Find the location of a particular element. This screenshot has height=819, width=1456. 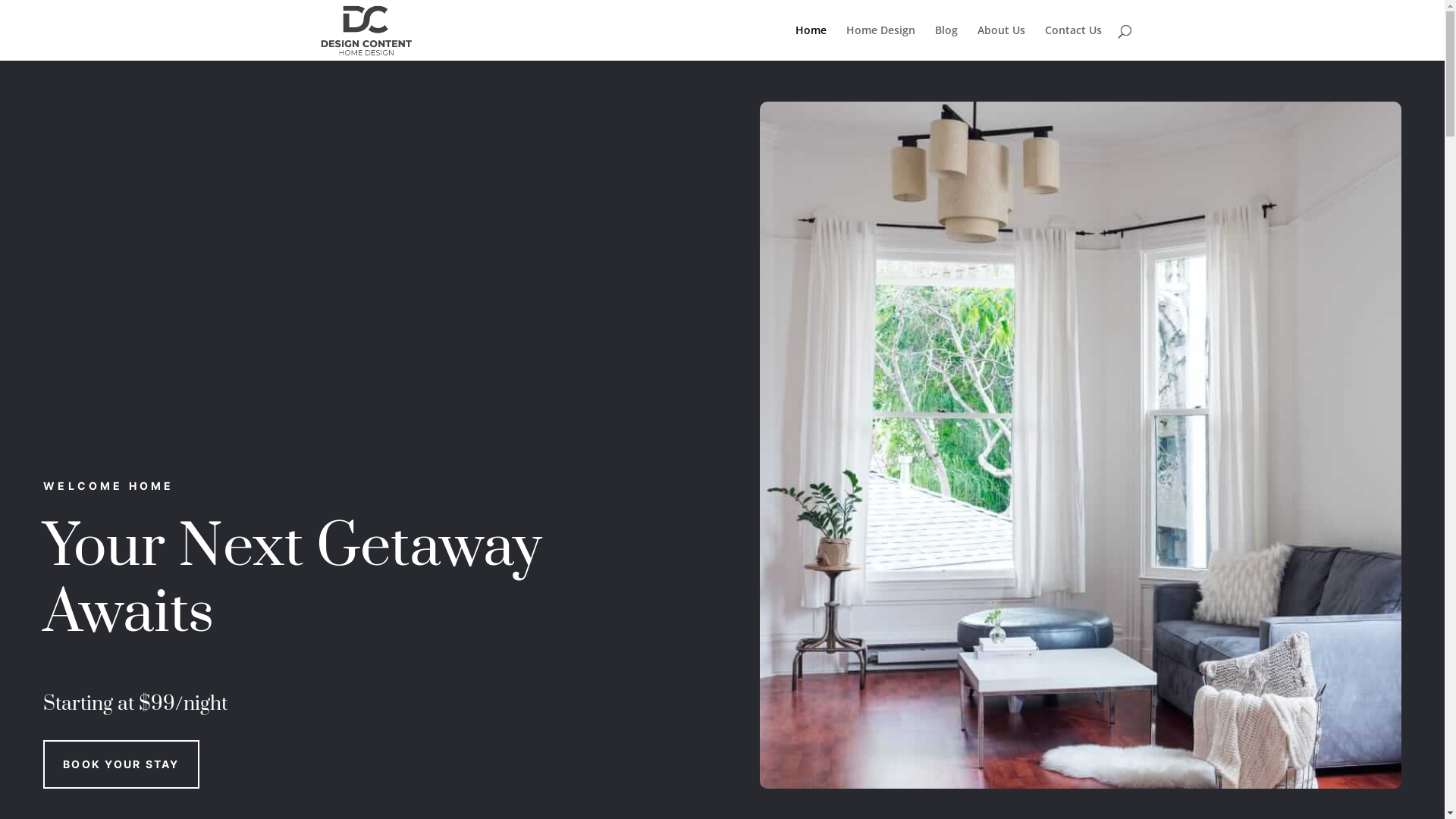

'Home Design' is located at coordinates (880, 42).